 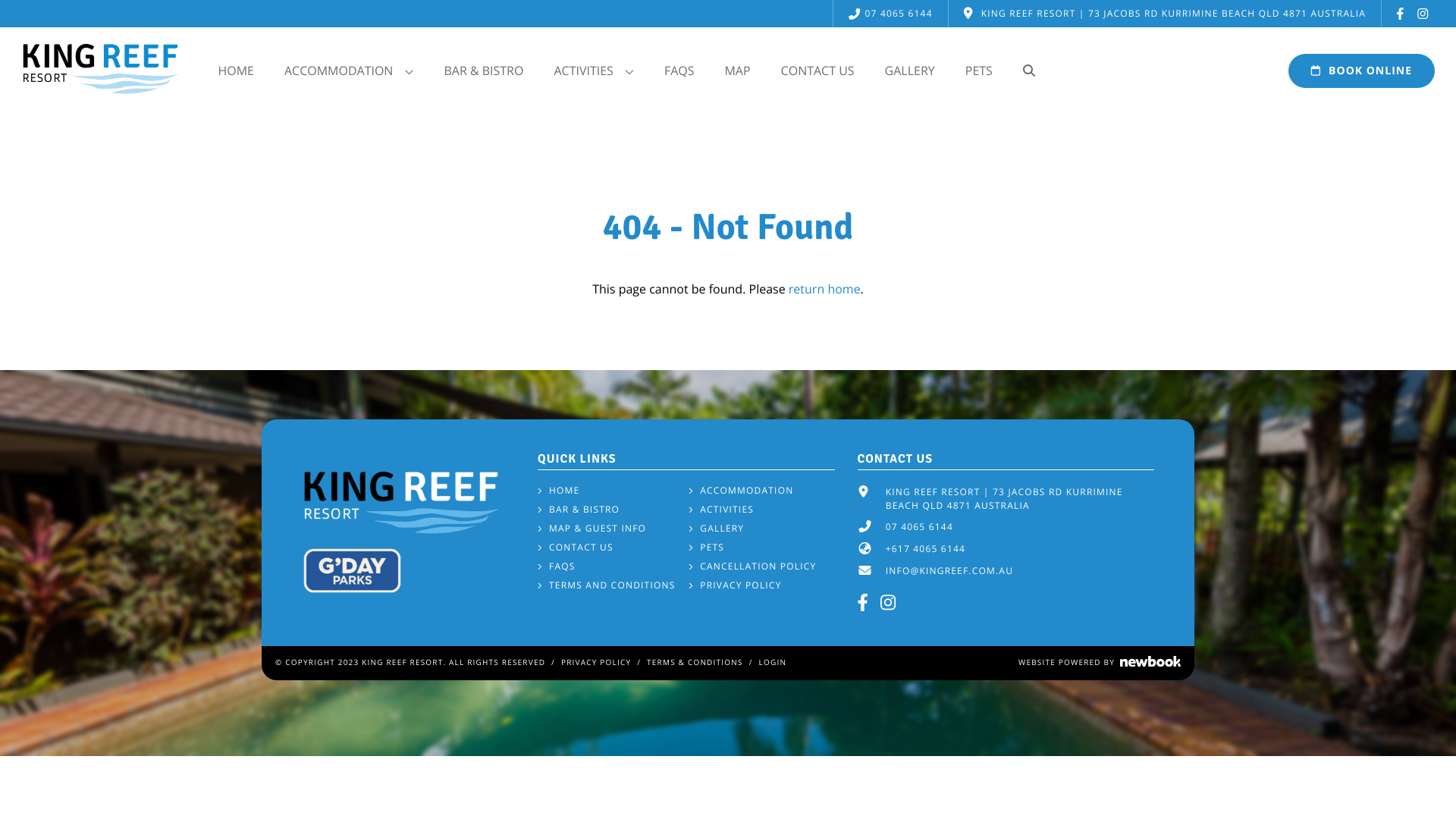 I want to click on 'BOOK ONLINE', so click(x=1361, y=71).